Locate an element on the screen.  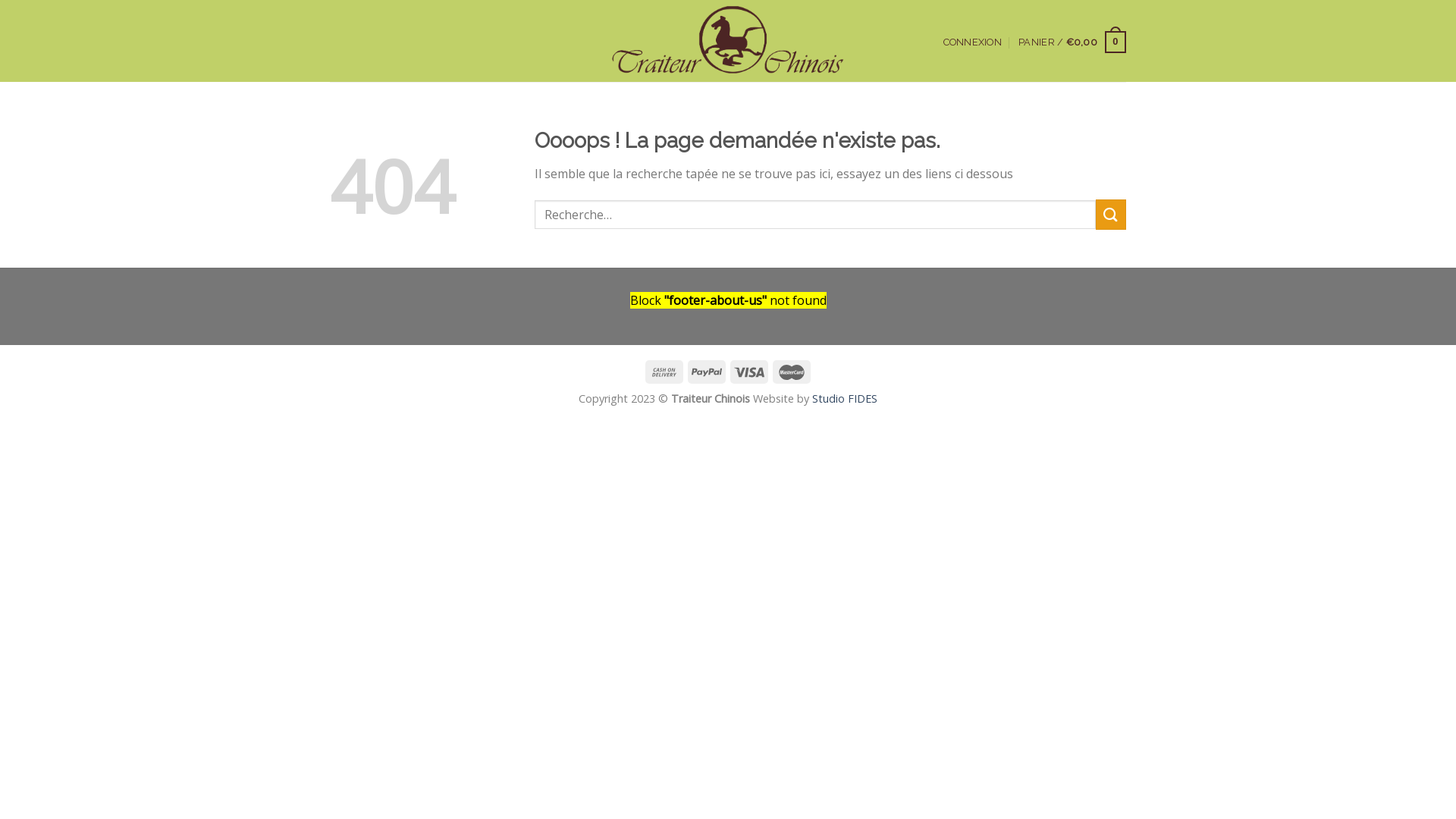
'CONNEXION' is located at coordinates (942, 42).